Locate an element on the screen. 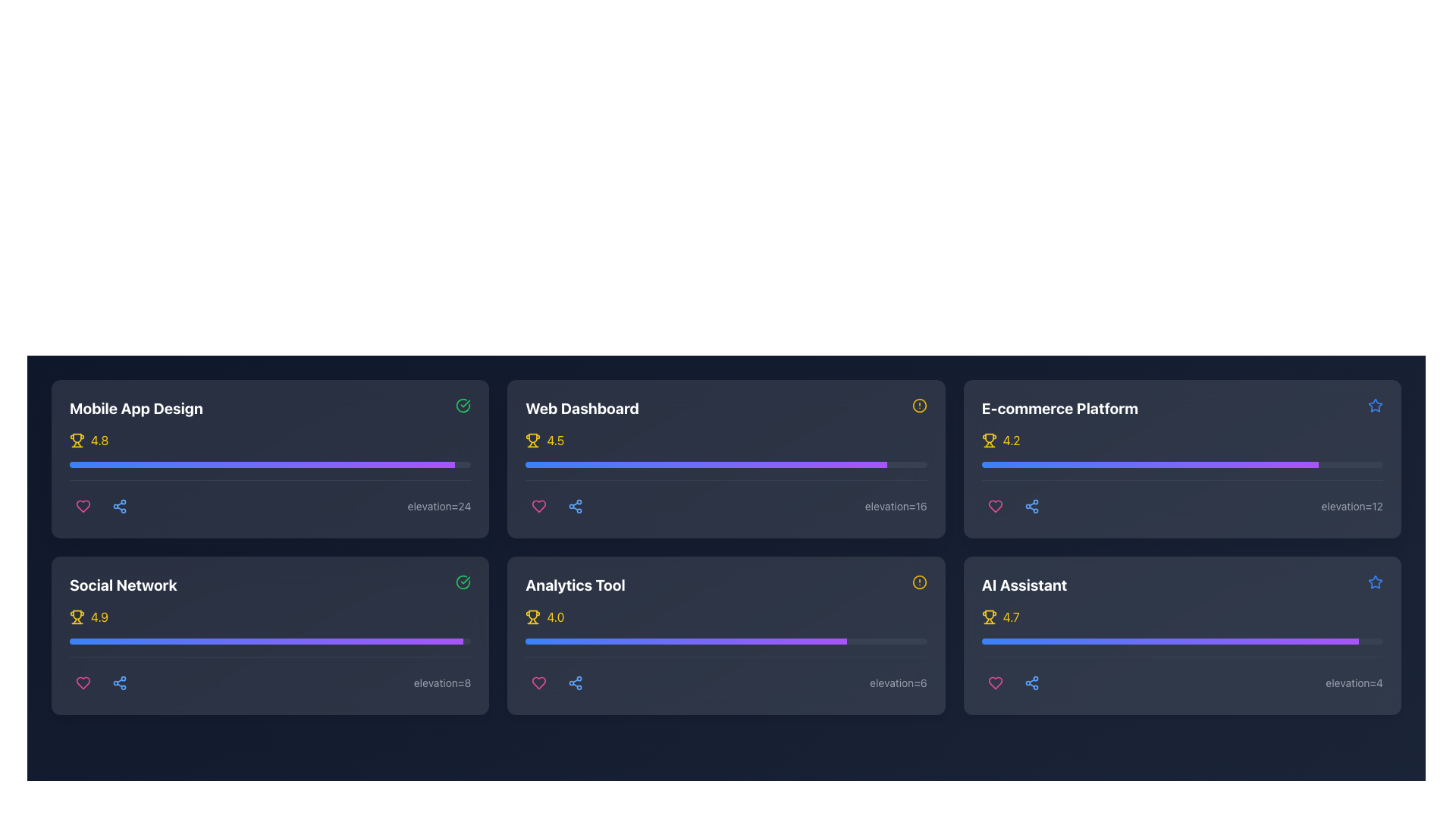 Image resolution: width=1456 pixels, height=819 pixels. the award icon located in the 'AI Assistant' section, positioned near the '4.7' rating text, as it is the first element in the row of indicators is located at coordinates (989, 617).